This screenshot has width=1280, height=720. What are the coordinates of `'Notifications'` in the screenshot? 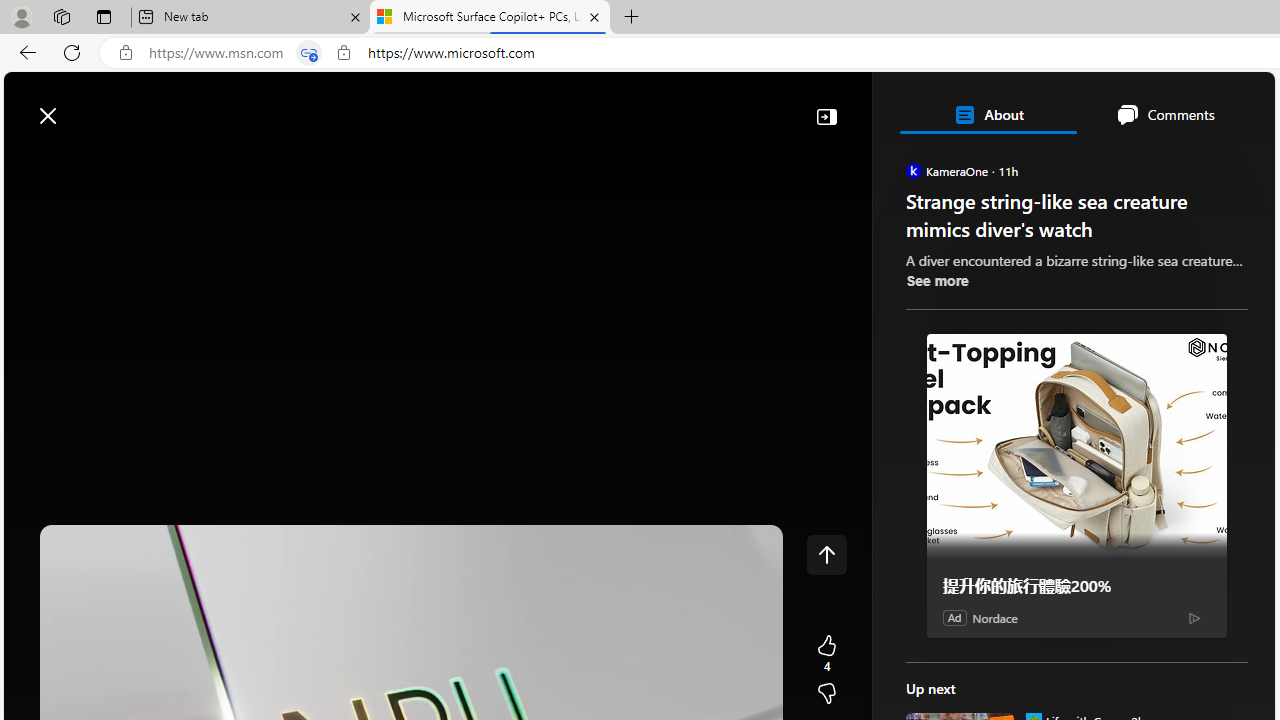 It's located at (1191, 105).